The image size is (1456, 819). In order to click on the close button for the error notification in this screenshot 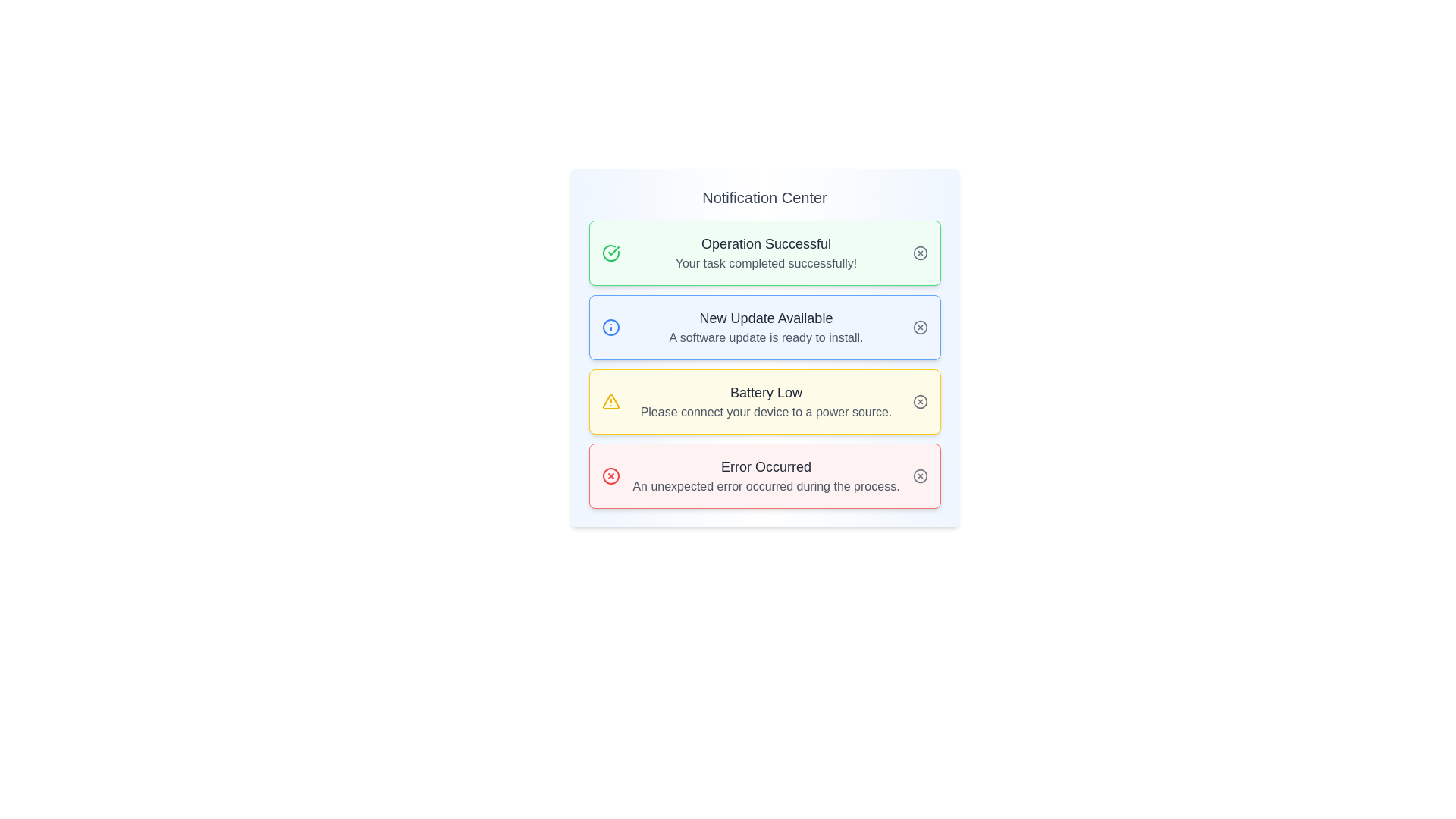, I will do `click(610, 475)`.